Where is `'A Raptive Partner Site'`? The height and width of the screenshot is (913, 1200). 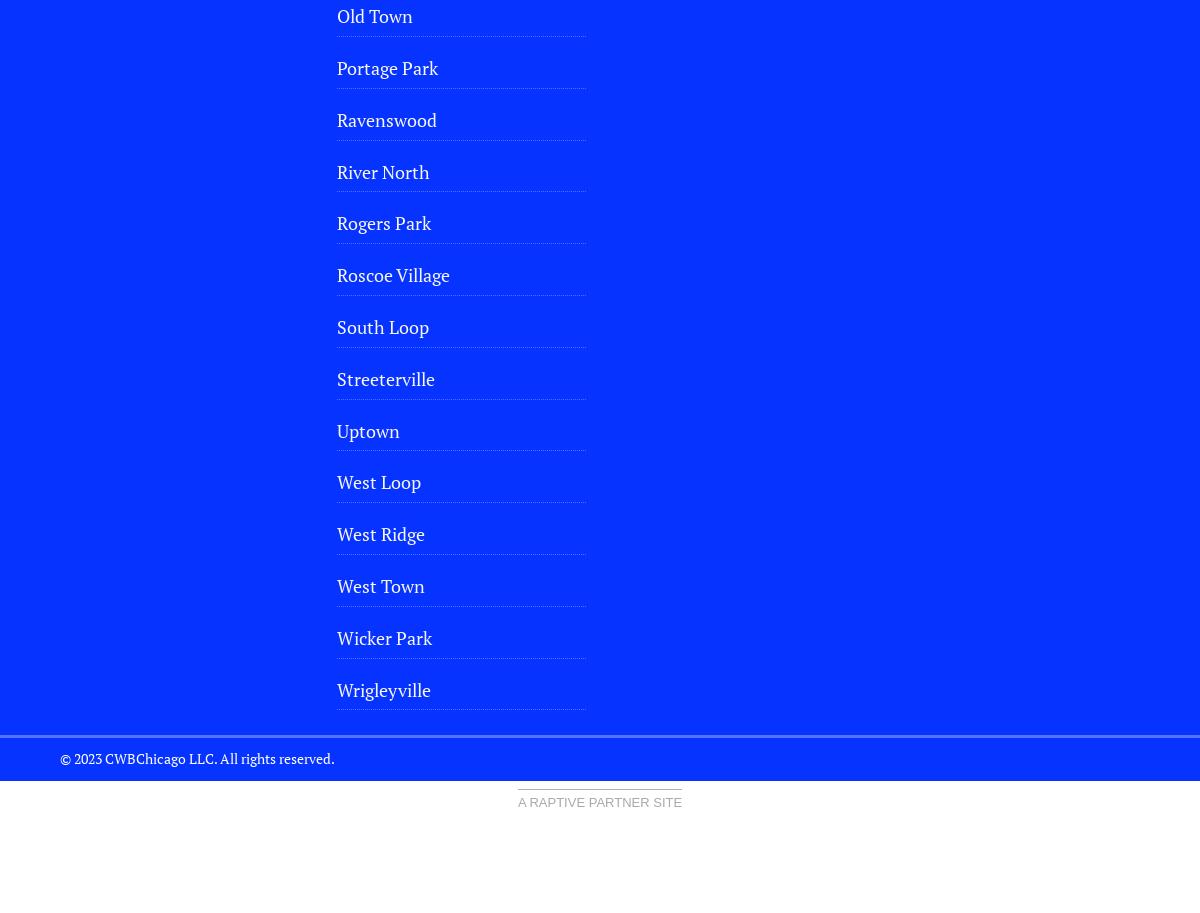 'A Raptive Partner Site' is located at coordinates (598, 800).